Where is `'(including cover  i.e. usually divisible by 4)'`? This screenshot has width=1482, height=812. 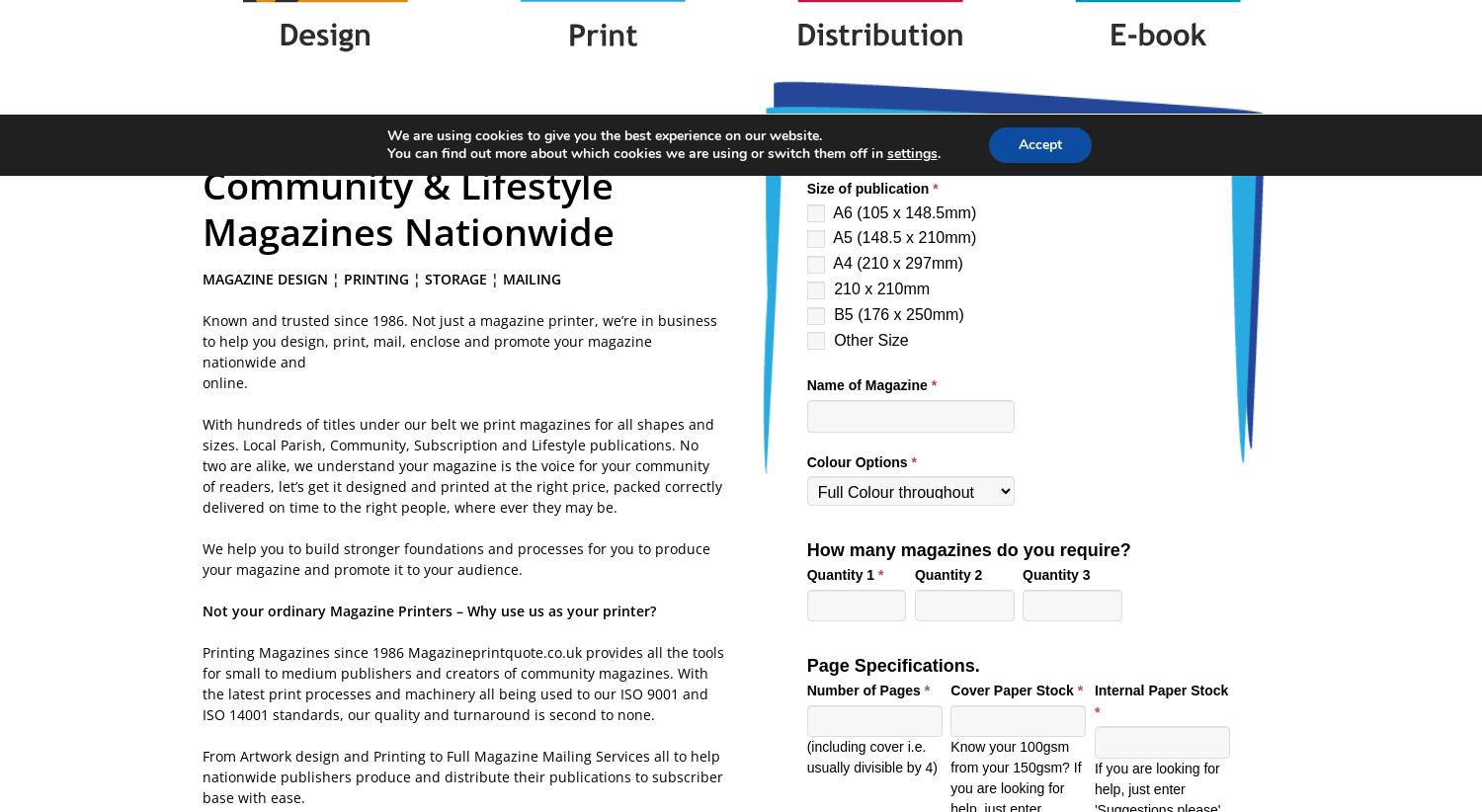
'(including cover  i.e. usually divisible by 4)' is located at coordinates (871, 756).